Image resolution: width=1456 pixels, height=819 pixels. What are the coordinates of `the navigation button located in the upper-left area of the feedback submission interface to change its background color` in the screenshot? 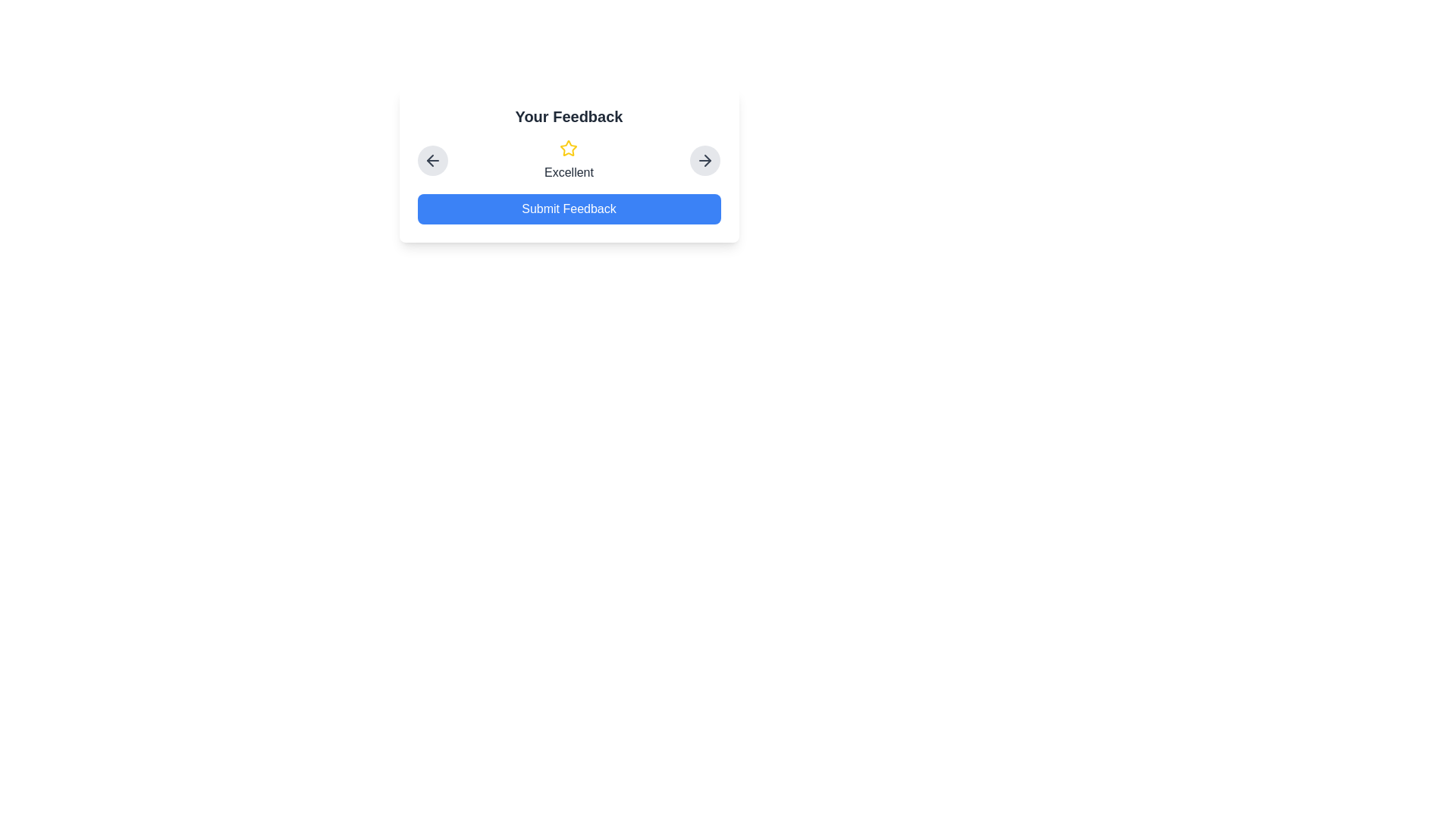 It's located at (431, 161).